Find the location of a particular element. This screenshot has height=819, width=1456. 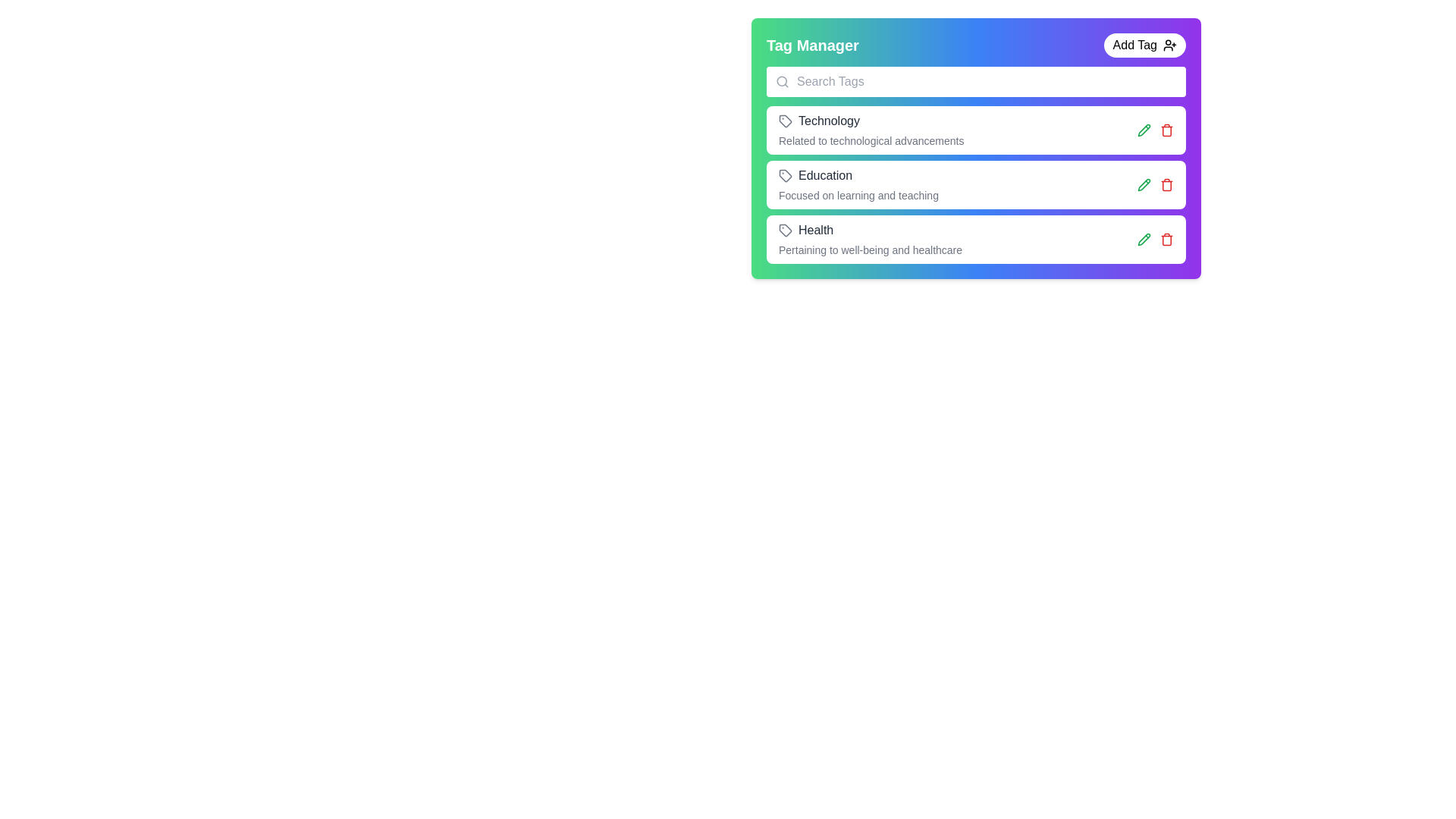

the user icon with a plus sign located to the right of the 'Add Tag' text, which is styled with a minimalist line design and situated inside a rounded button at the top-right of the interface is located at coordinates (1169, 45).